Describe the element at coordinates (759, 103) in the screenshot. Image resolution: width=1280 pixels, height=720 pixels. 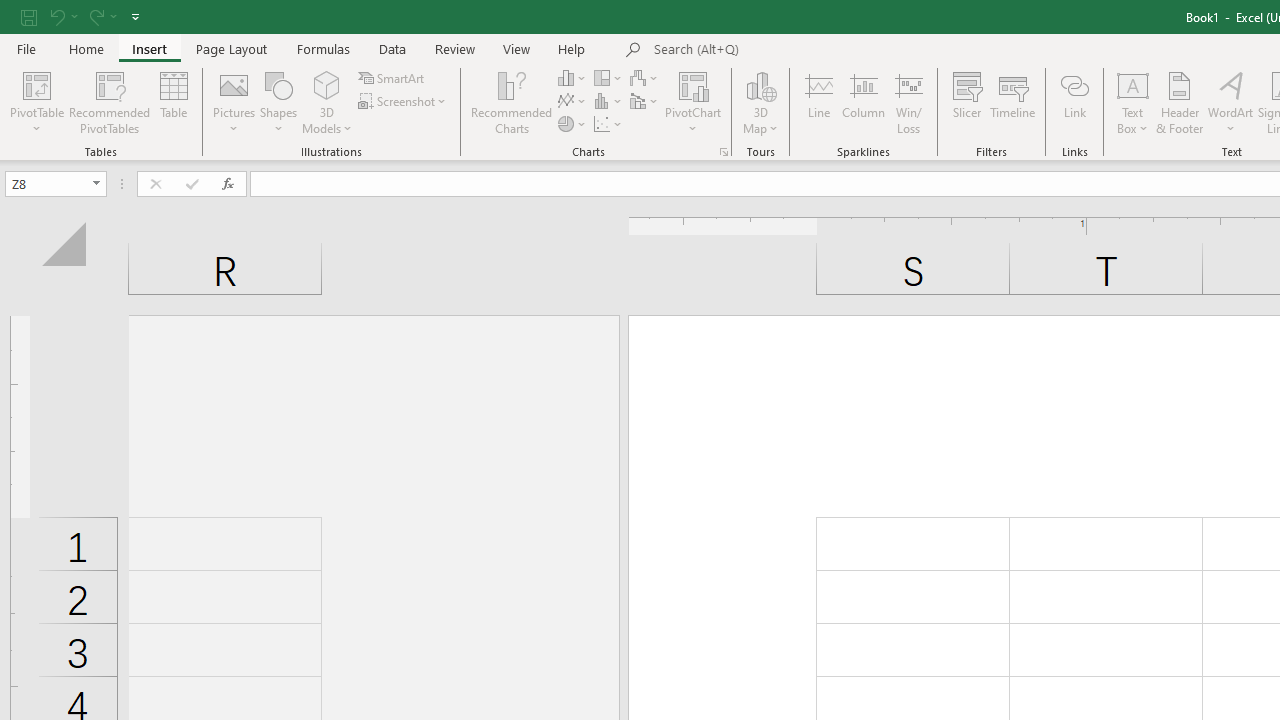
I see `'3D Map'` at that location.